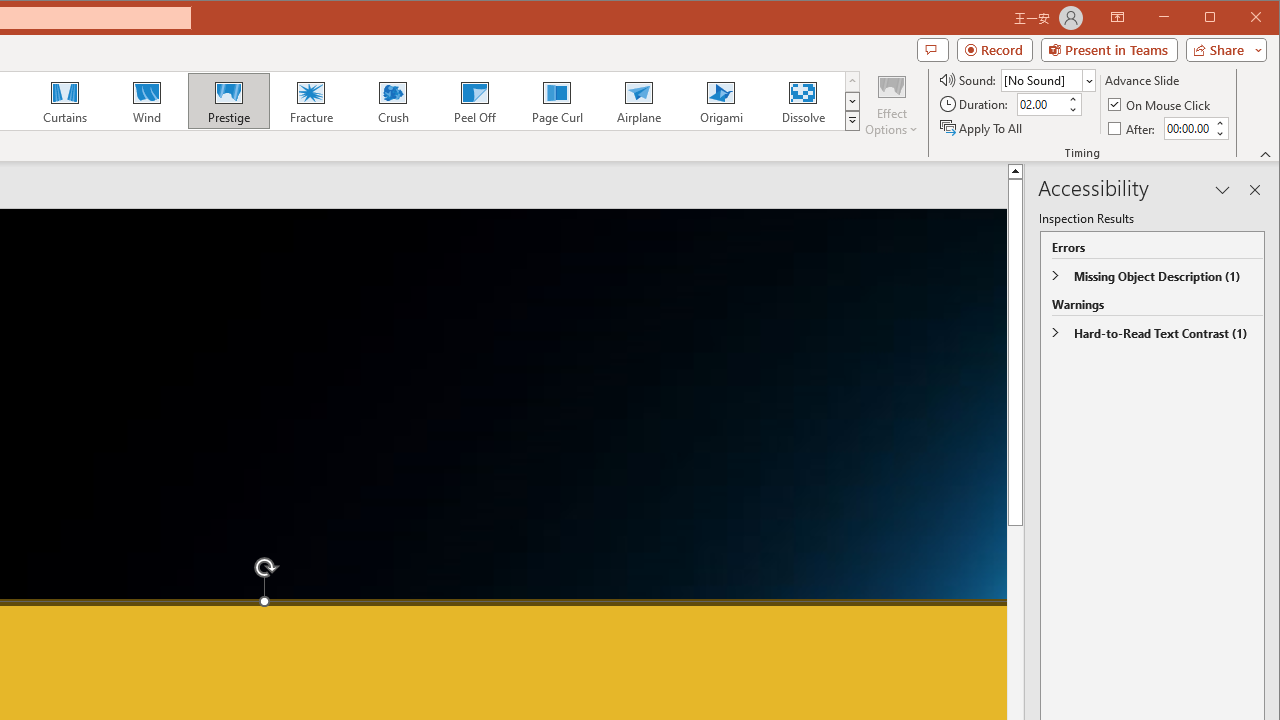 The height and width of the screenshot is (720, 1280). What do you see at coordinates (310, 100) in the screenshot?
I see `'Fracture'` at bounding box center [310, 100].